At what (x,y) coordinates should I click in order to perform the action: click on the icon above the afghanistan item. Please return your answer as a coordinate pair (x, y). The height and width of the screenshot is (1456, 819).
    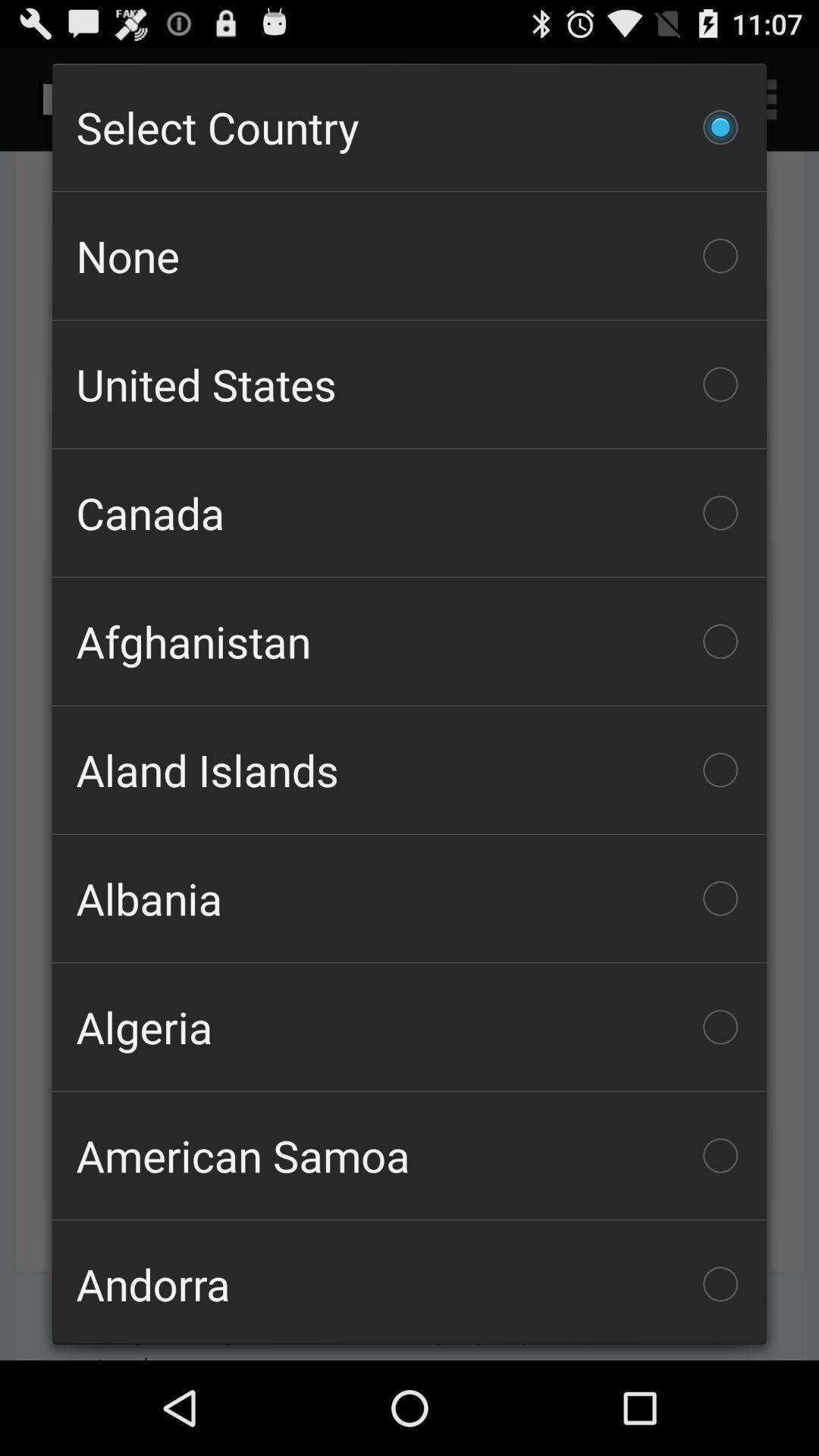
    Looking at the image, I should click on (409, 513).